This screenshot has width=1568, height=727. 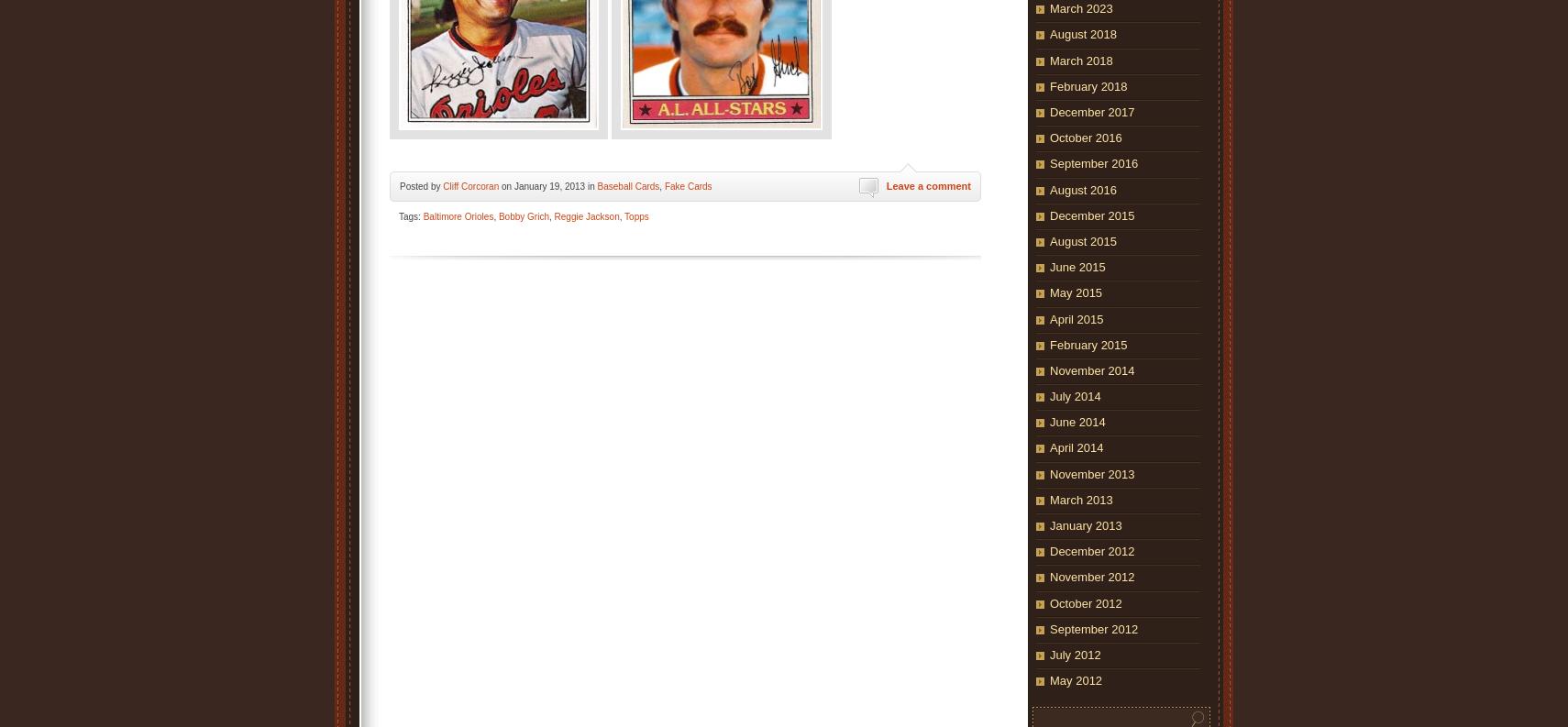 What do you see at coordinates (1049, 576) in the screenshot?
I see `'November 2012'` at bounding box center [1049, 576].